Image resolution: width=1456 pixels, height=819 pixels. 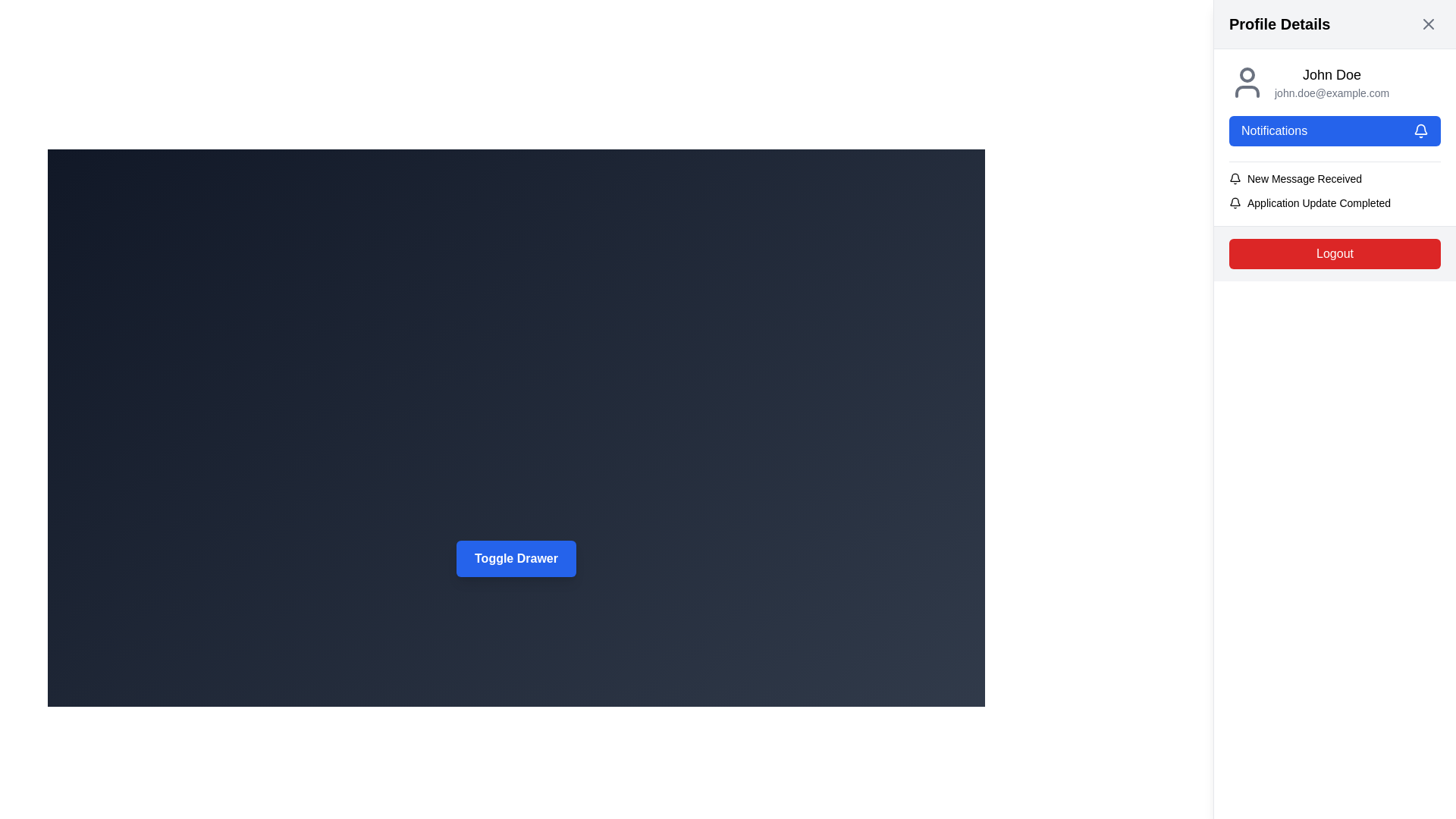 I want to click on text displayed in the notification element located in the right-hand sidebar under 'Notifications', which consists of a bell icon and relevant text, so click(x=1335, y=177).